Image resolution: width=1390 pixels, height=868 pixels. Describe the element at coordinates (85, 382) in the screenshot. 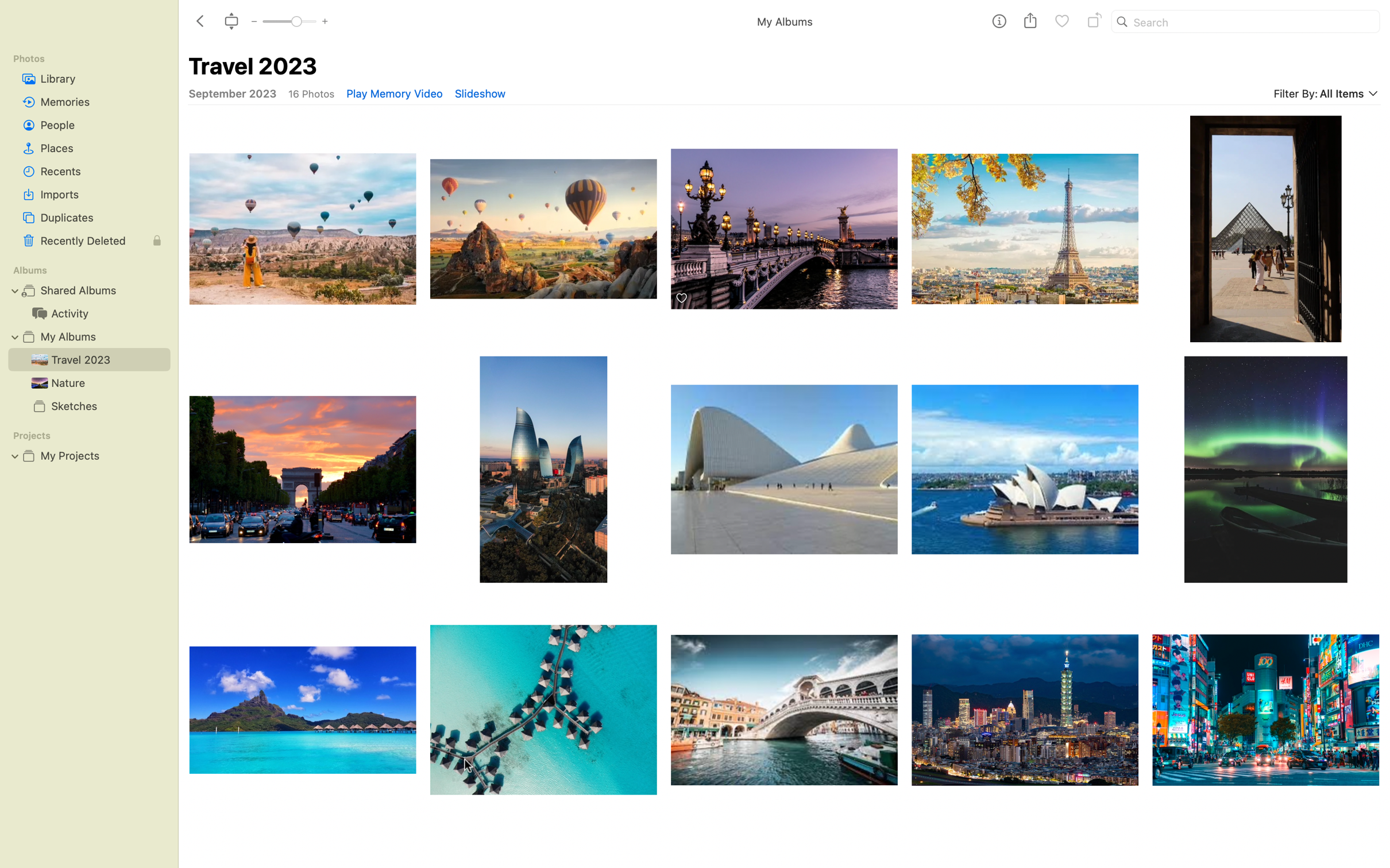

I see `Go to the album "Nature" and enlarge pictures using top bar` at that location.